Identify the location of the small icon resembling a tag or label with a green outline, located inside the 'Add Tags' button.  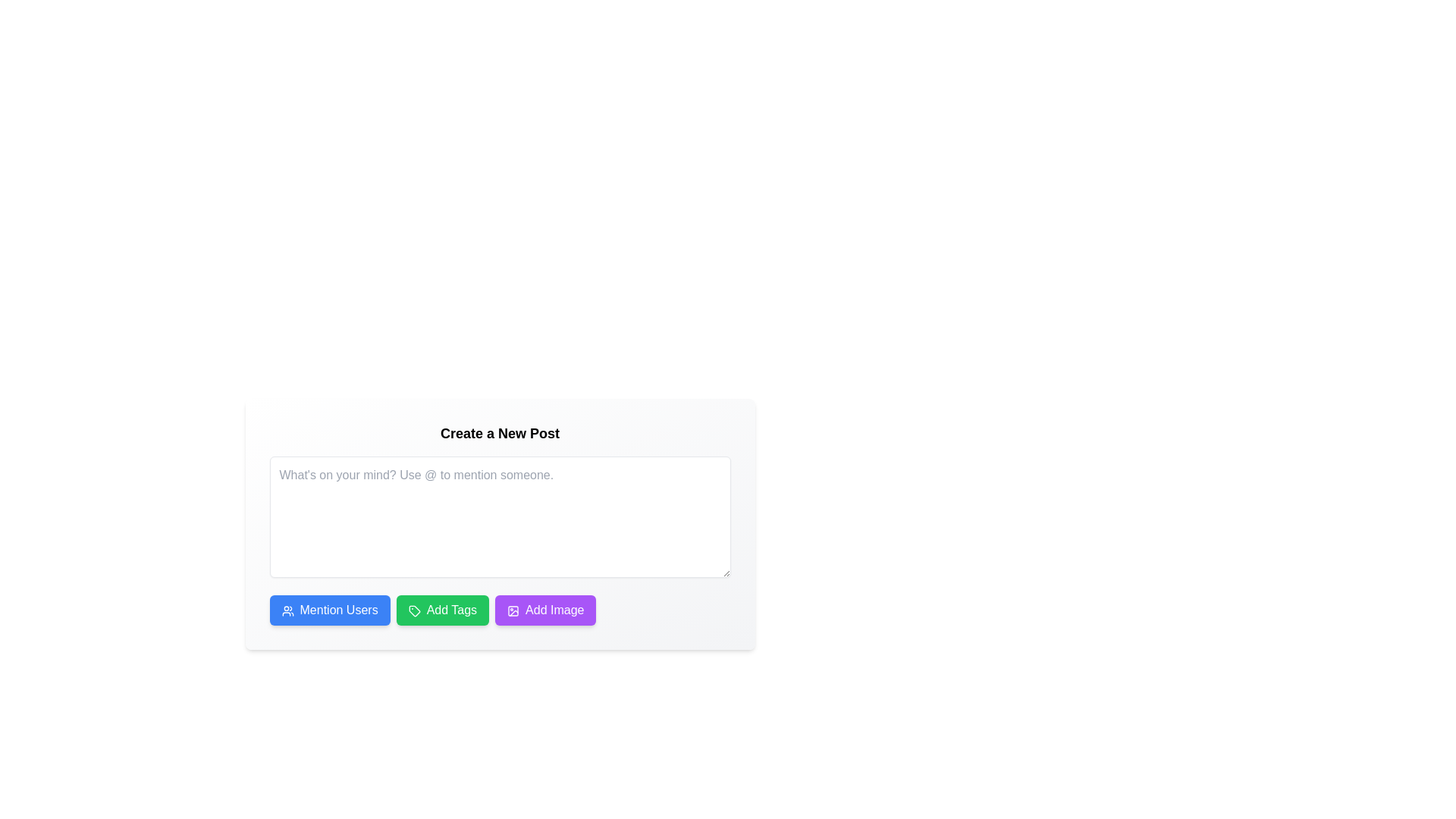
(414, 610).